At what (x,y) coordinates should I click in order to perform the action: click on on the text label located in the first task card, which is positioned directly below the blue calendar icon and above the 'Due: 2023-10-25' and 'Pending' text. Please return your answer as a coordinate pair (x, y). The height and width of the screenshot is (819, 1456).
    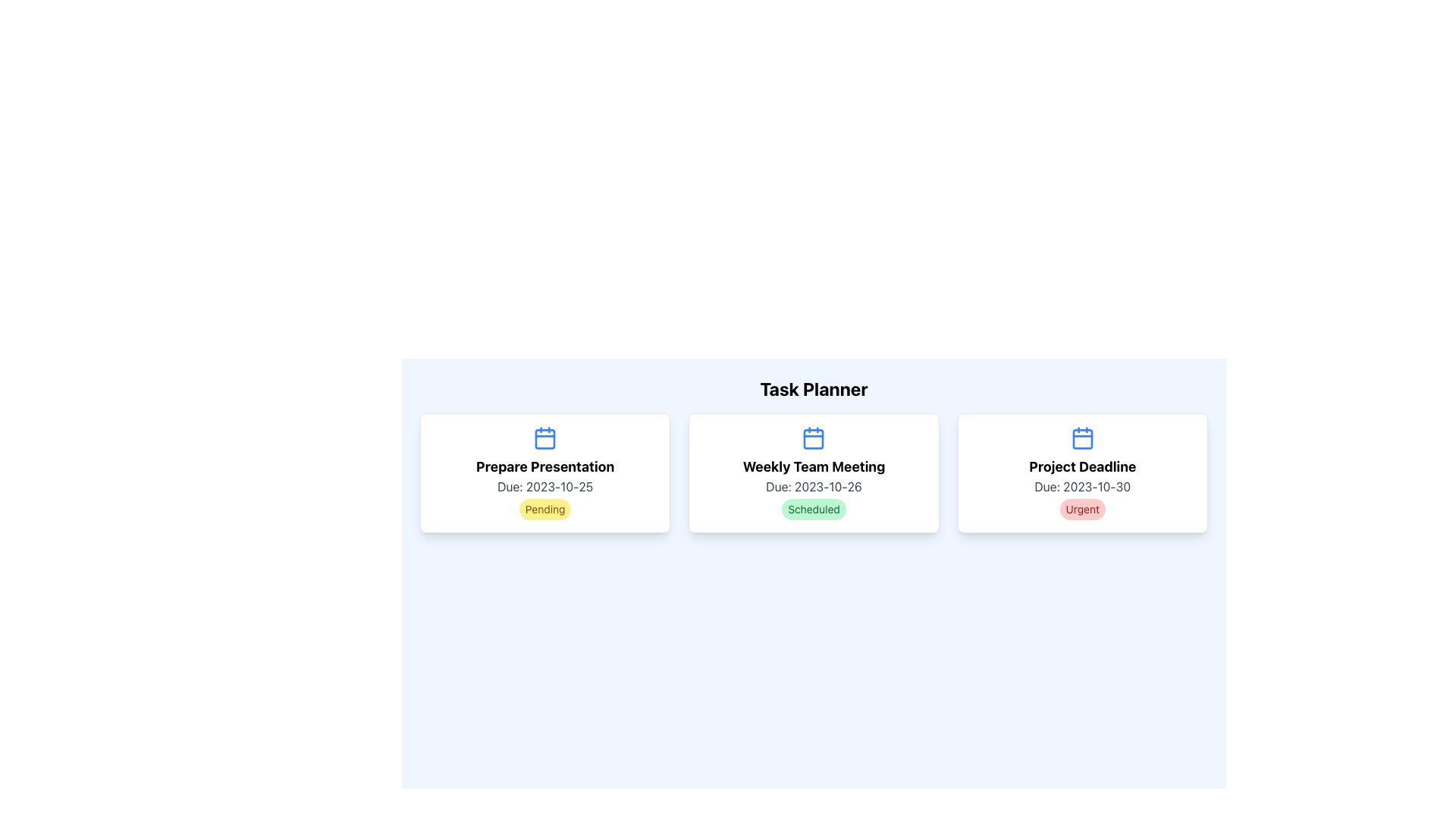
    Looking at the image, I should click on (545, 466).